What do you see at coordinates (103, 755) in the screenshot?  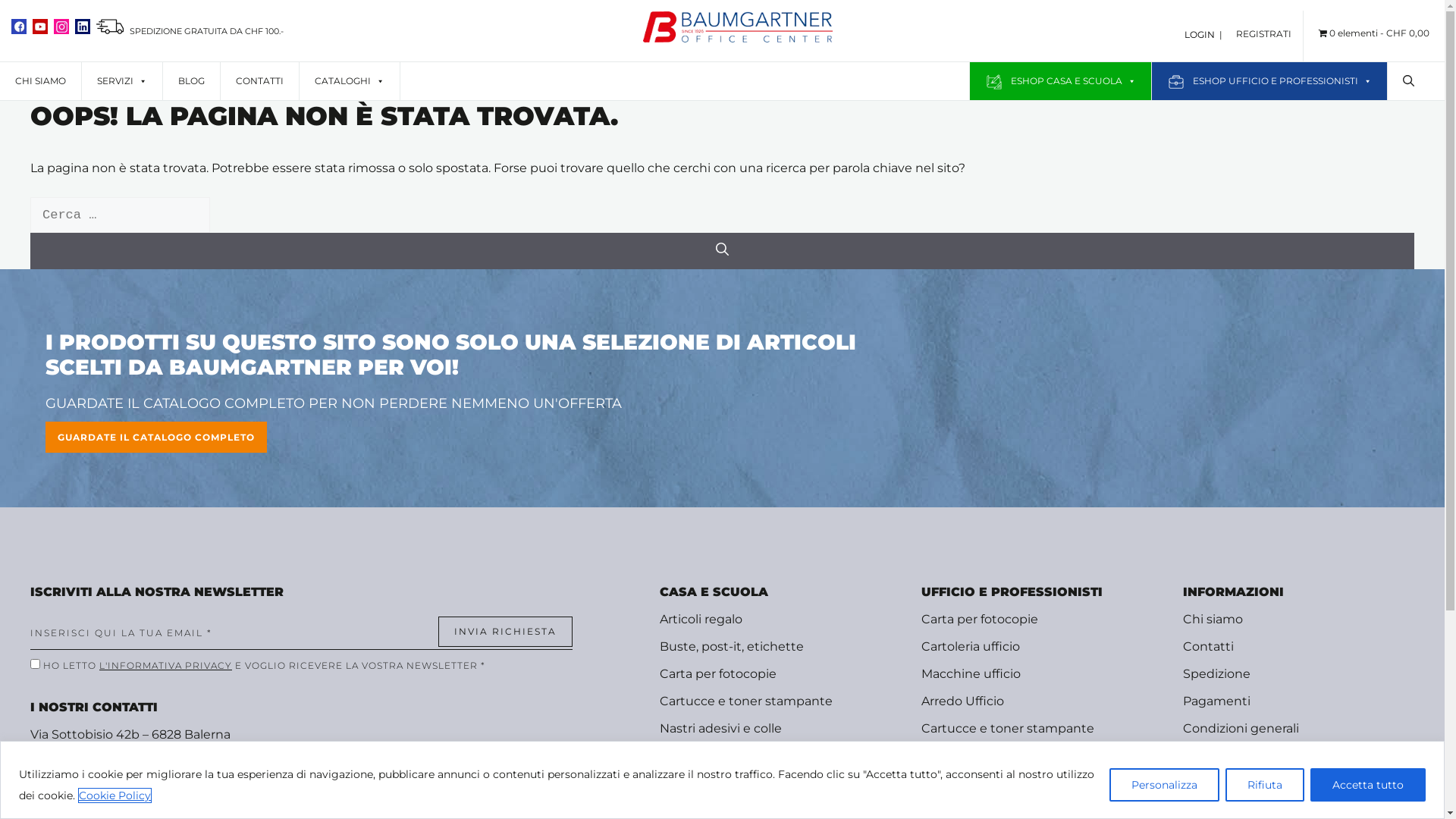 I see `'+41 091 682 65 36'` at bounding box center [103, 755].